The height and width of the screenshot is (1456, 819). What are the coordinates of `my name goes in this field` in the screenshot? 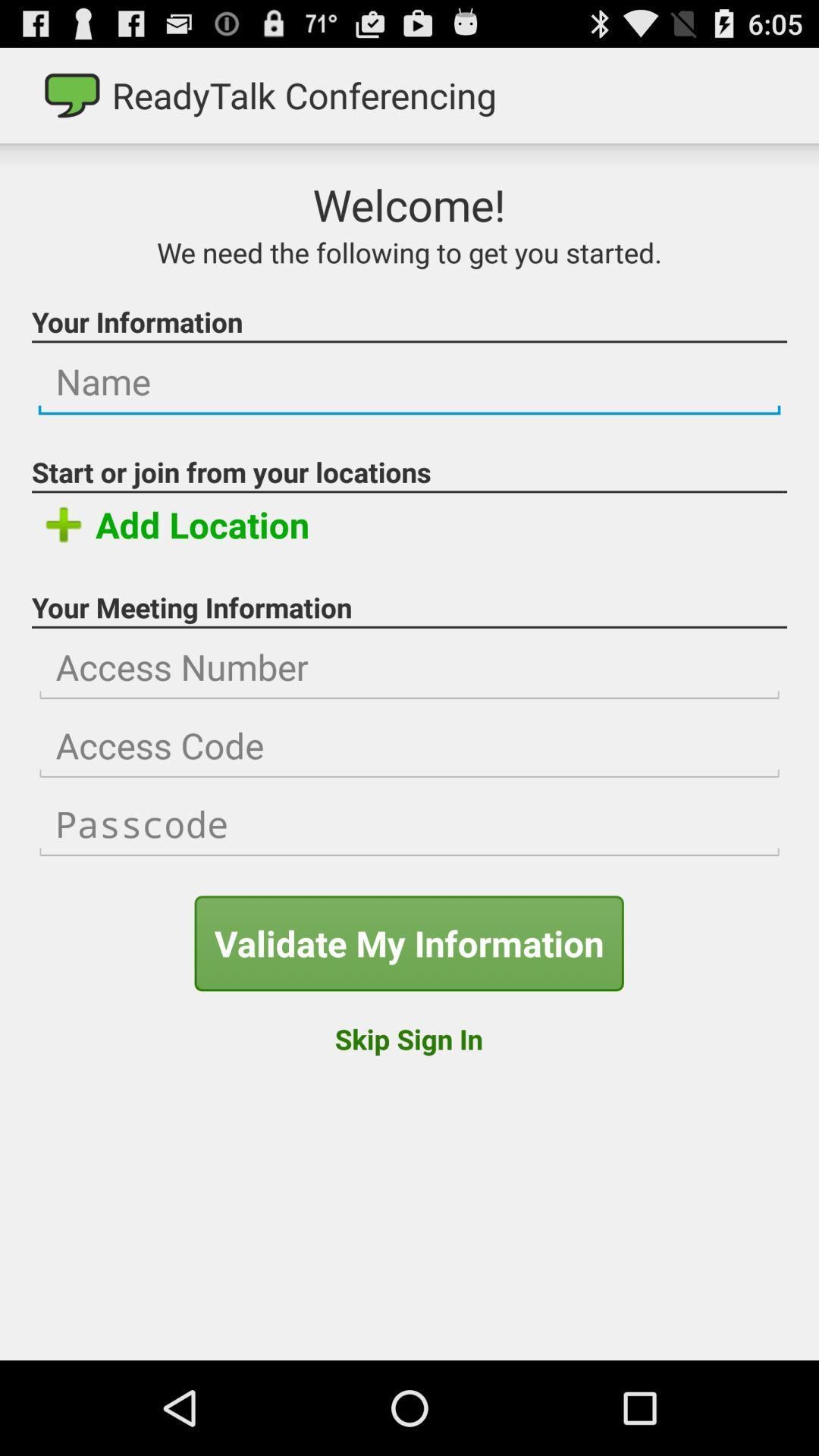 It's located at (409, 382).